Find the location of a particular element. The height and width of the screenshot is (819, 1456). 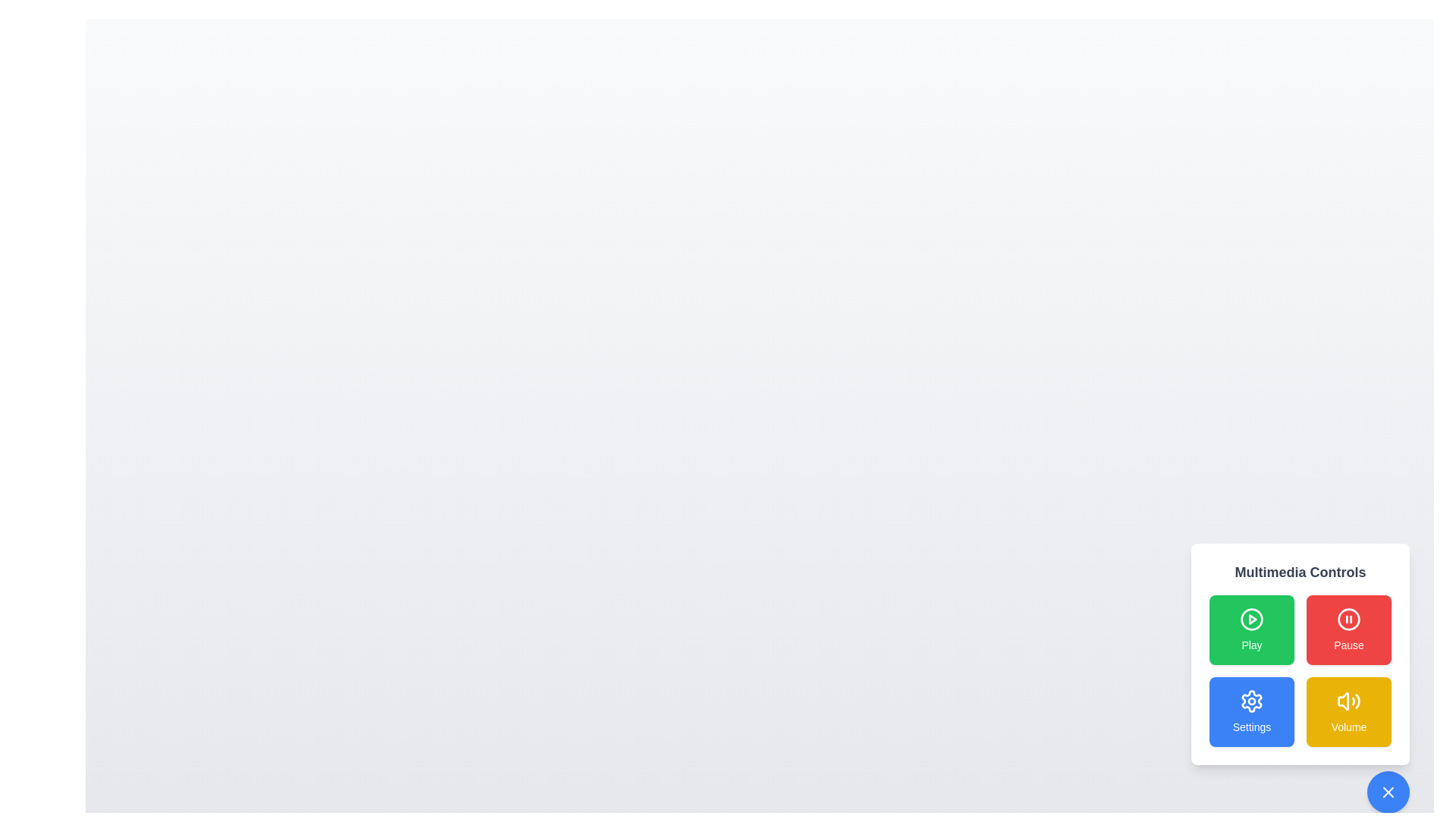

the leftmost part of the speaker icon within the 'Volume' button located in the bottom-right section of the interface is located at coordinates (1343, 701).